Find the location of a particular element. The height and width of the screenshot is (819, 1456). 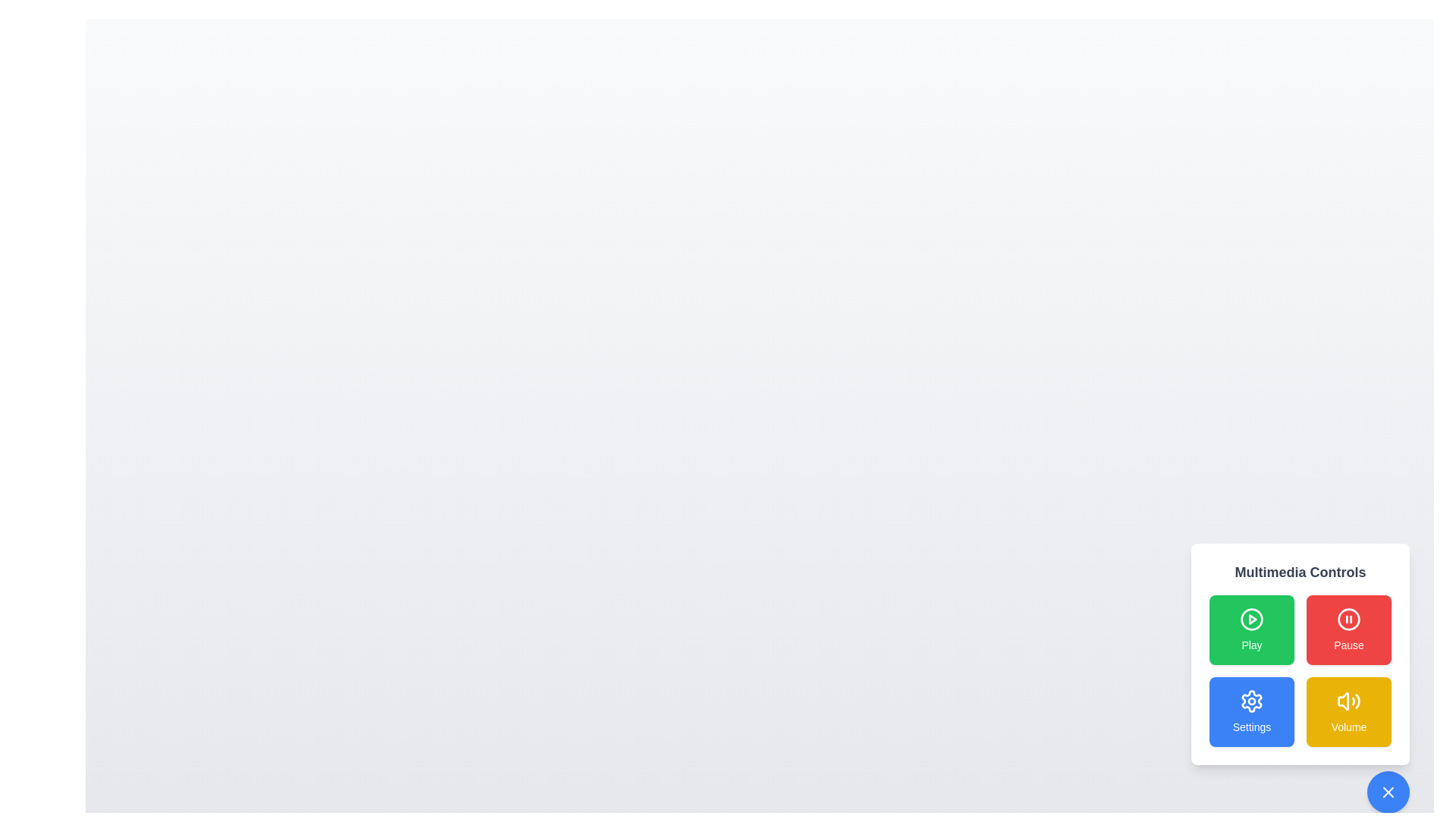

the leftmost part of the speaker icon within the 'Volume' button located in the bottom-right section of the interface is located at coordinates (1343, 701).